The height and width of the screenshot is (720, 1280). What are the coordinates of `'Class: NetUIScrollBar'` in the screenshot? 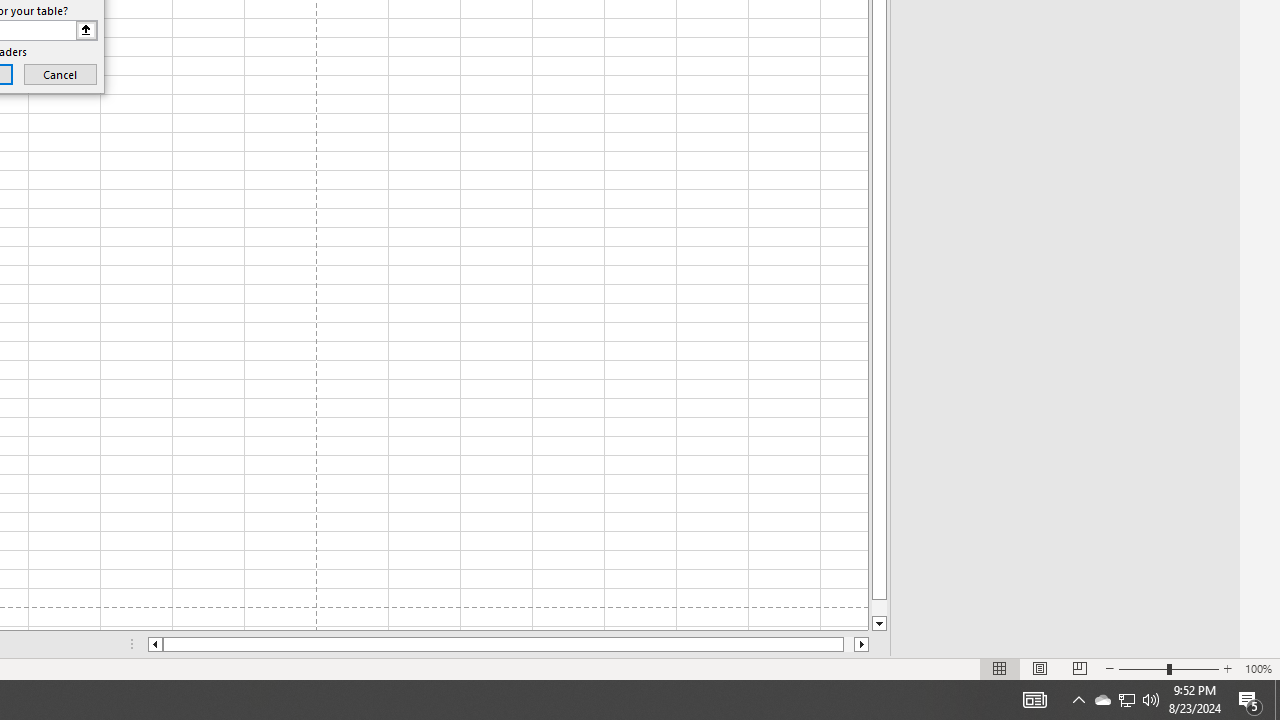 It's located at (508, 644).